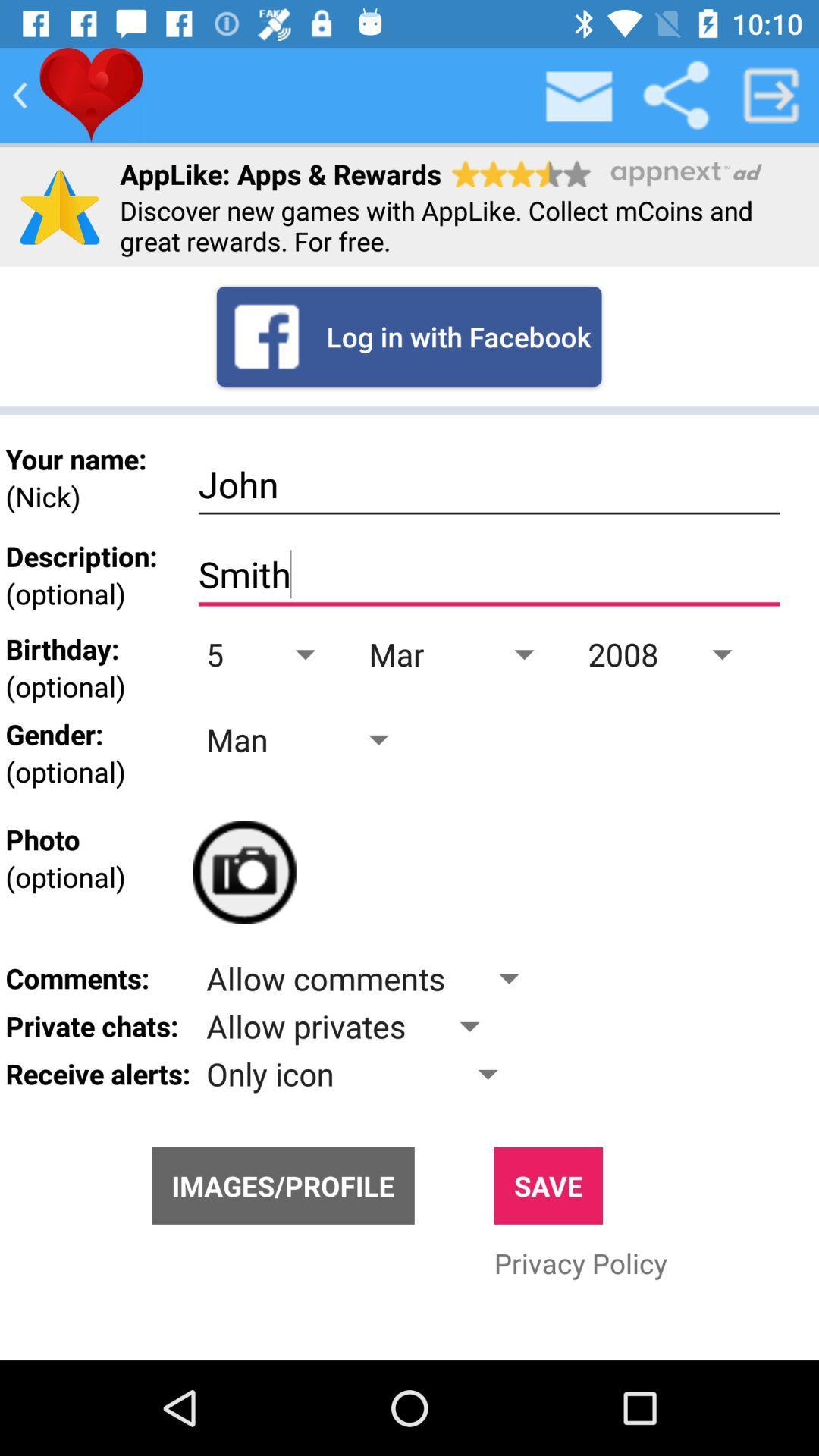 This screenshot has width=819, height=1456. What do you see at coordinates (675, 94) in the screenshot?
I see `share email` at bounding box center [675, 94].